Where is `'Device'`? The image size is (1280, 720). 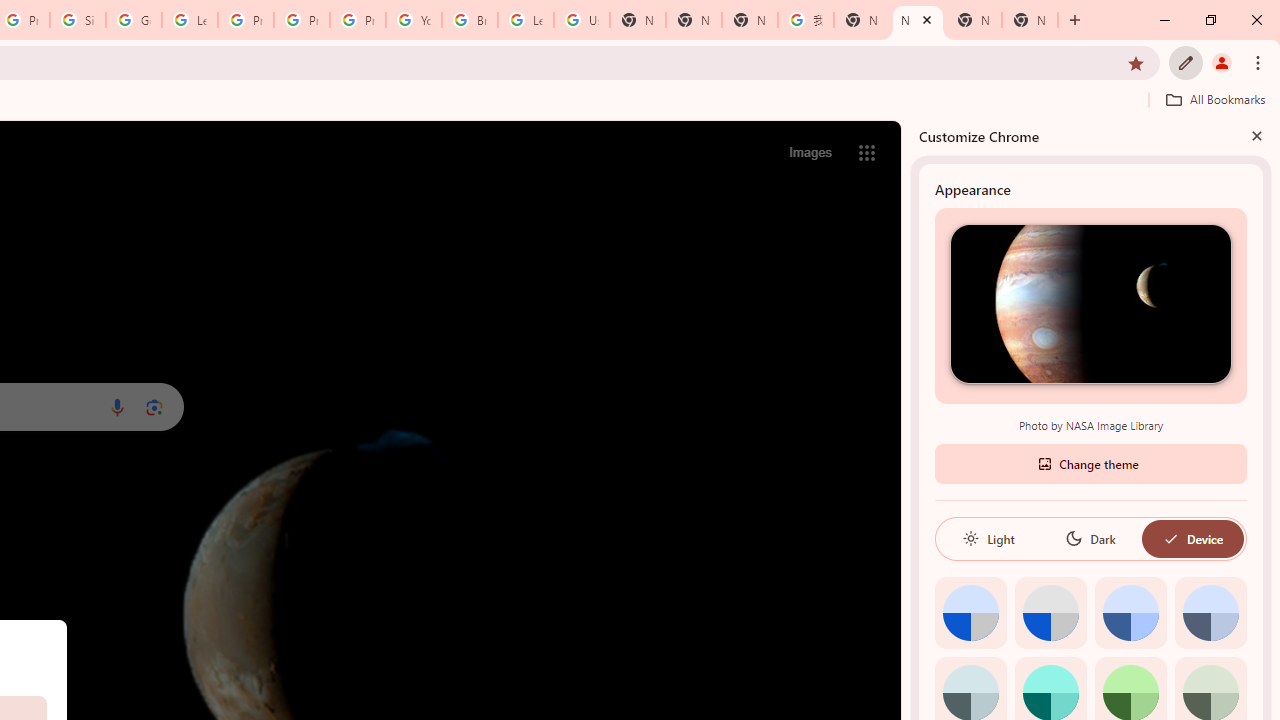 'Device' is located at coordinates (1192, 537).